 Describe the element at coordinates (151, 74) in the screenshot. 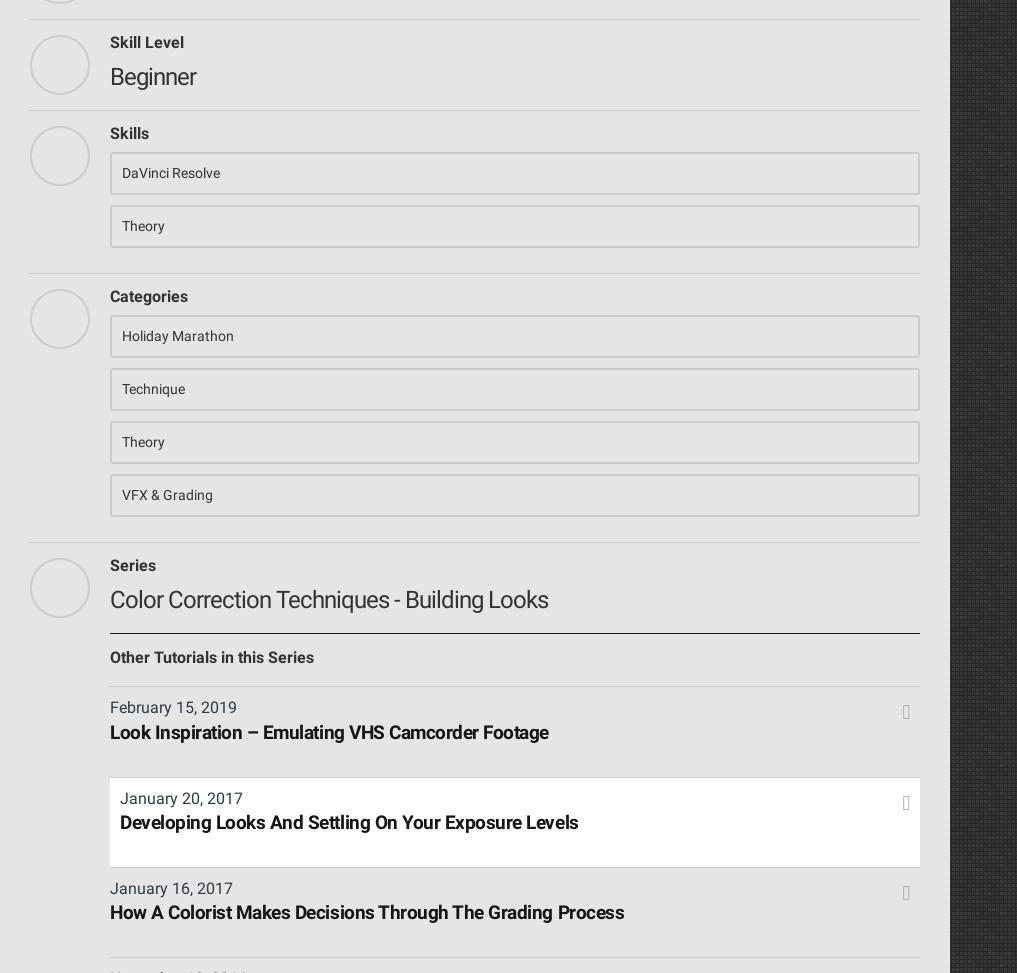

I see `'Beginner'` at that location.